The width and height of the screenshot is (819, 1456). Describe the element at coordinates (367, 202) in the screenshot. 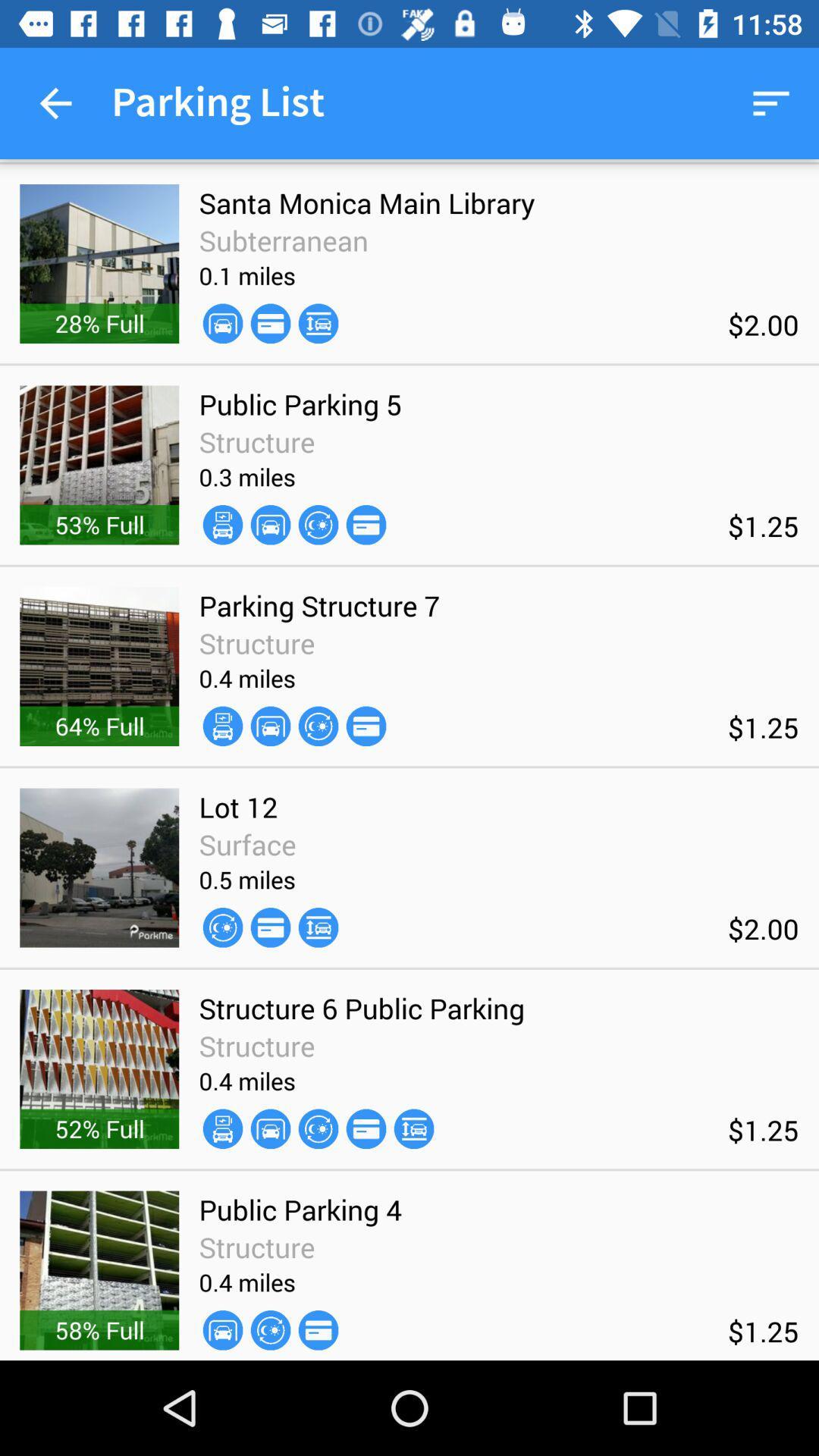

I see `the santa monica main` at that location.